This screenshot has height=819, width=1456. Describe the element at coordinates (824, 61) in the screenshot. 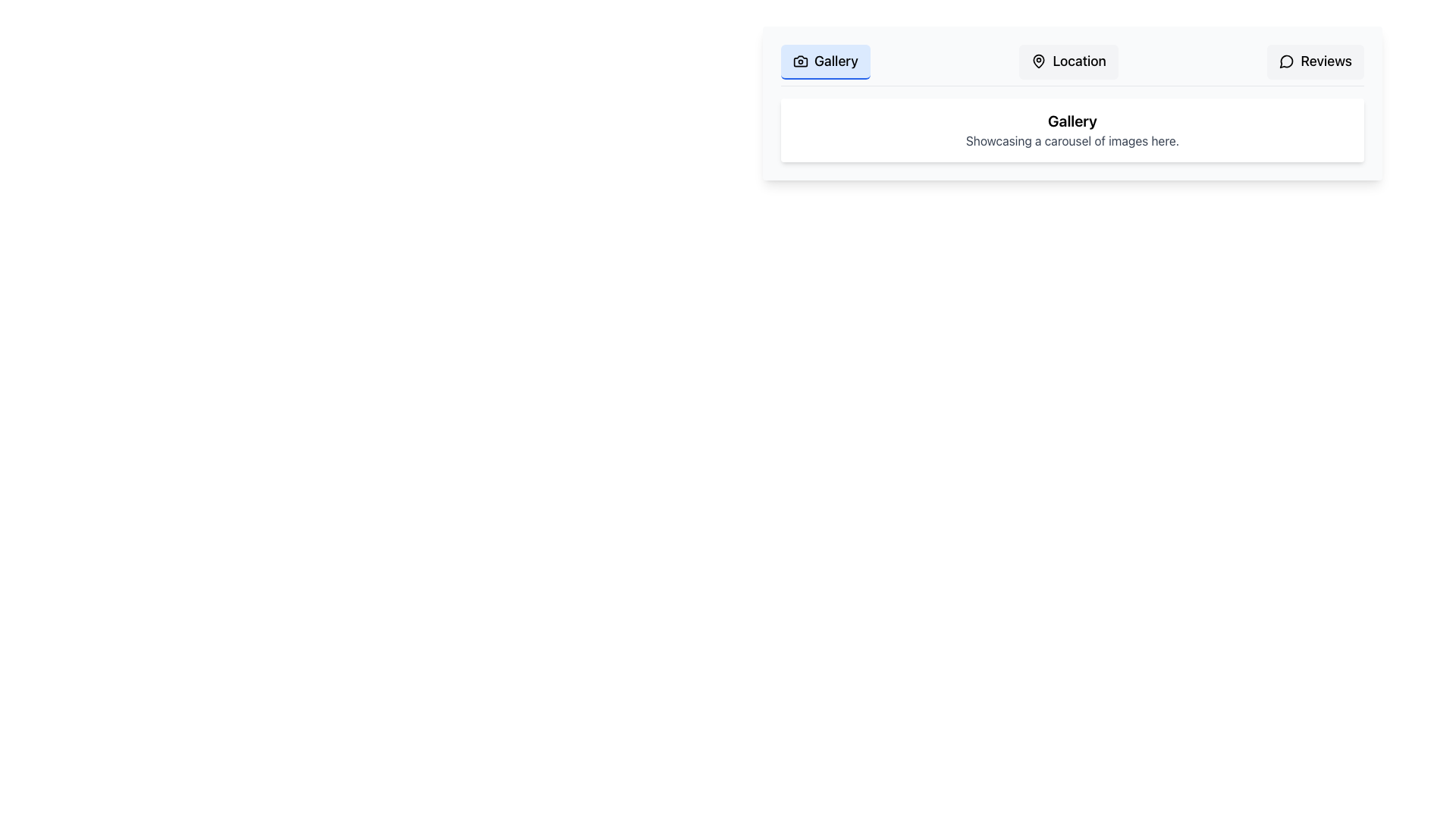

I see `the Tab button located at the top of the section, which is the first button among three` at that location.